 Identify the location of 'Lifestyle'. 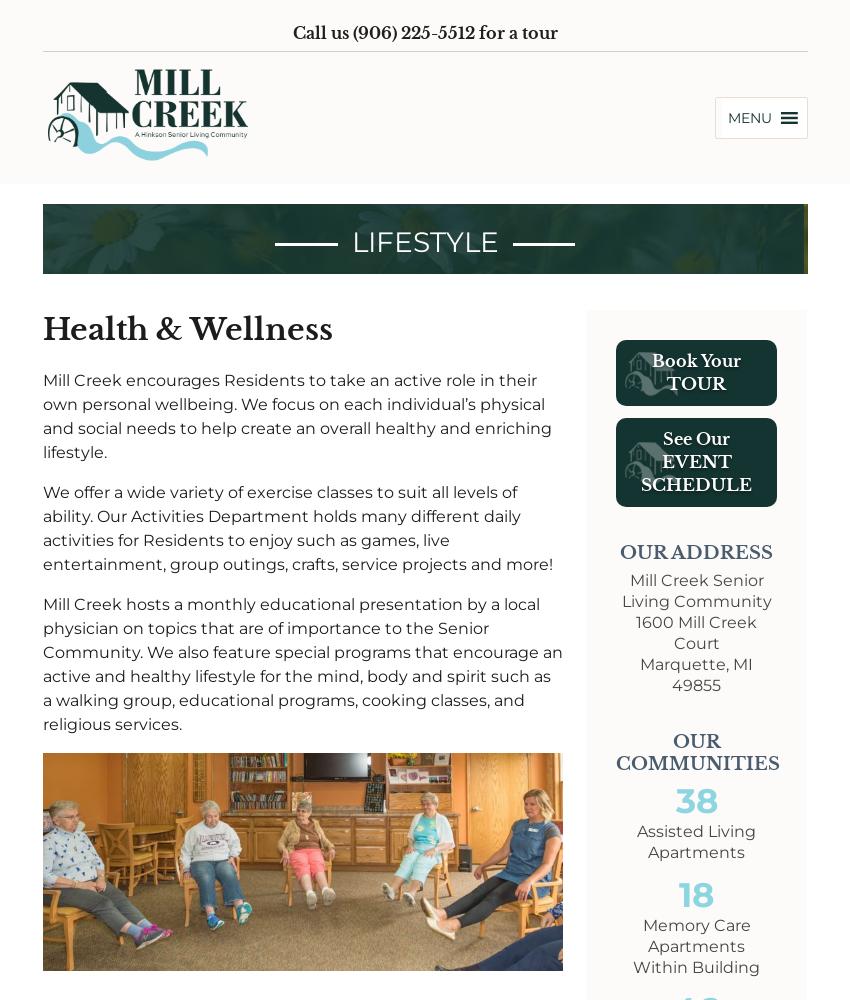
(424, 241).